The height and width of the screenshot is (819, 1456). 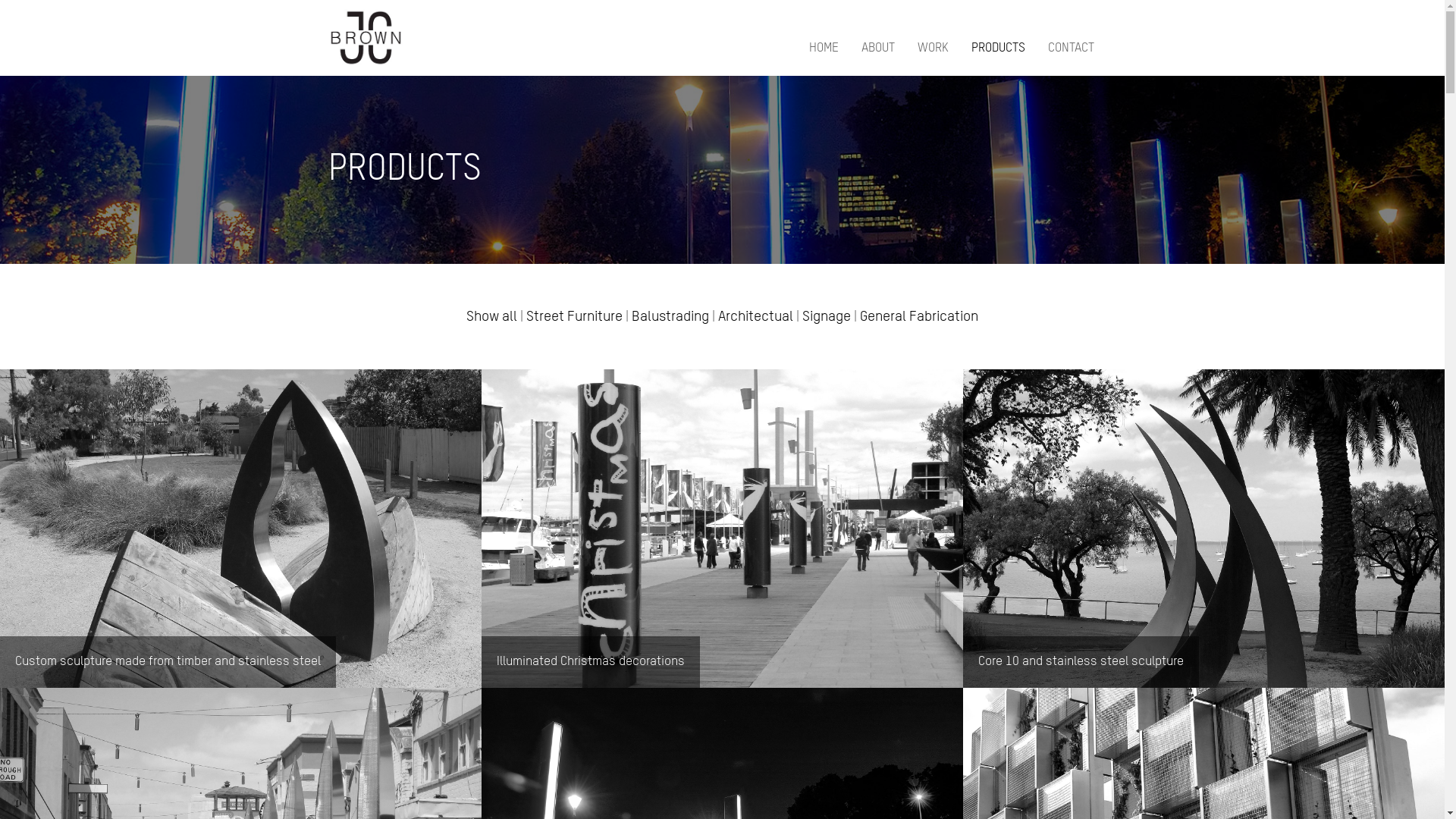 I want to click on 'ABOUT', so click(x=877, y=49).